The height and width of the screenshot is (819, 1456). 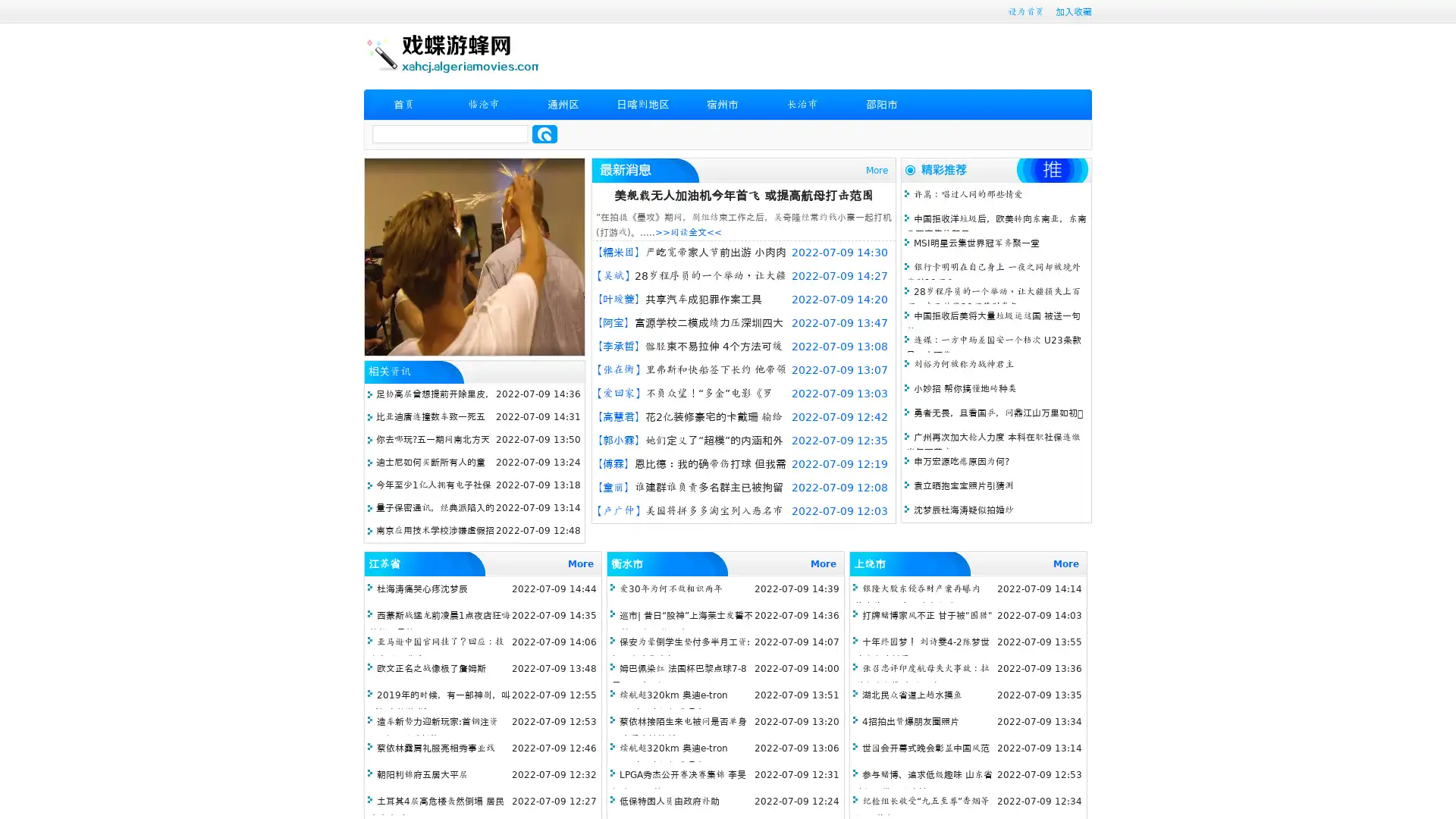 What do you see at coordinates (544, 133) in the screenshot?
I see `Search` at bounding box center [544, 133].